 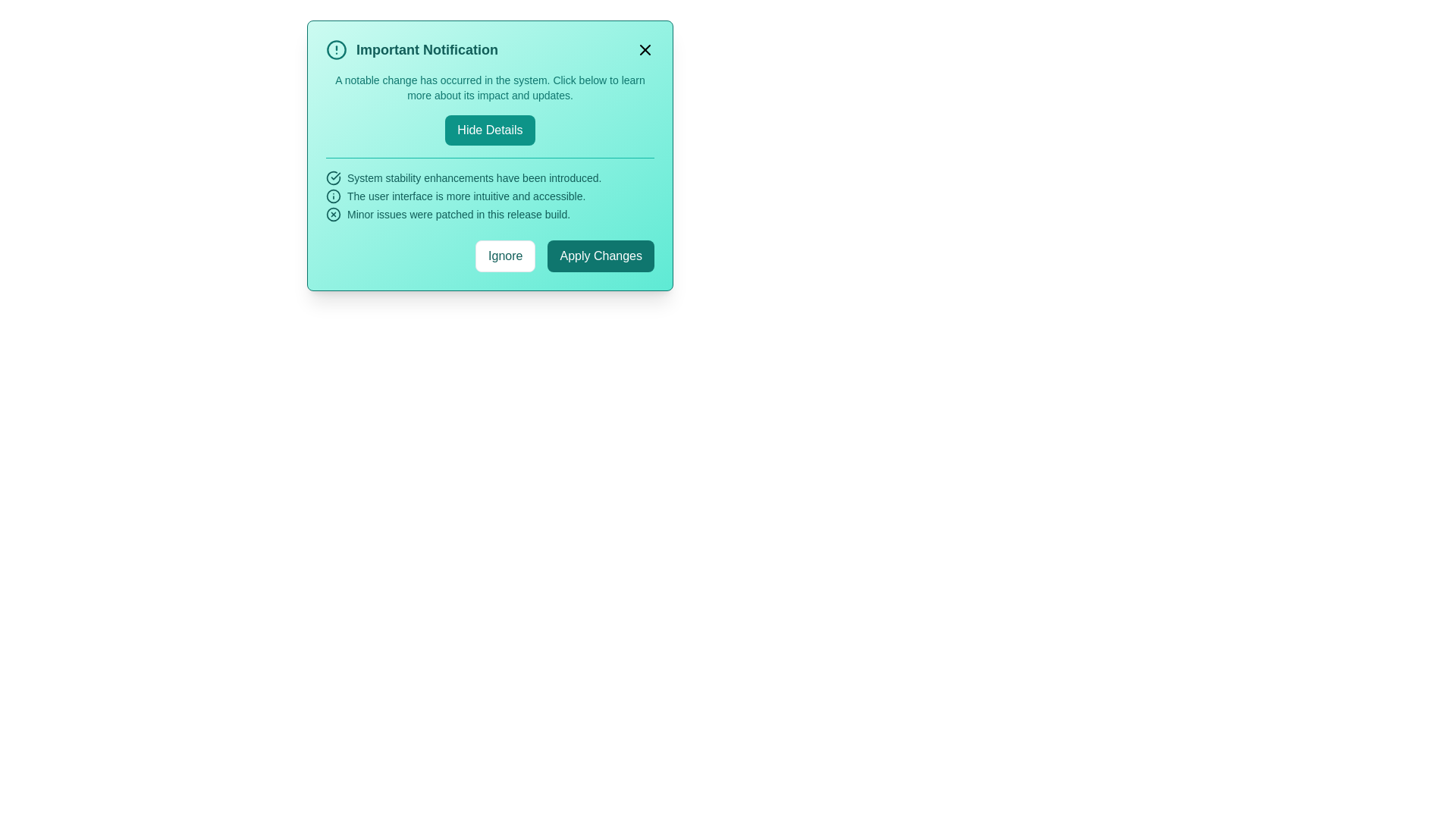 What do you see at coordinates (645, 49) in the screenshot?
I see `the close button located at the top-right corner of the 'Important Notification' card` at bounding box center [645, 49].